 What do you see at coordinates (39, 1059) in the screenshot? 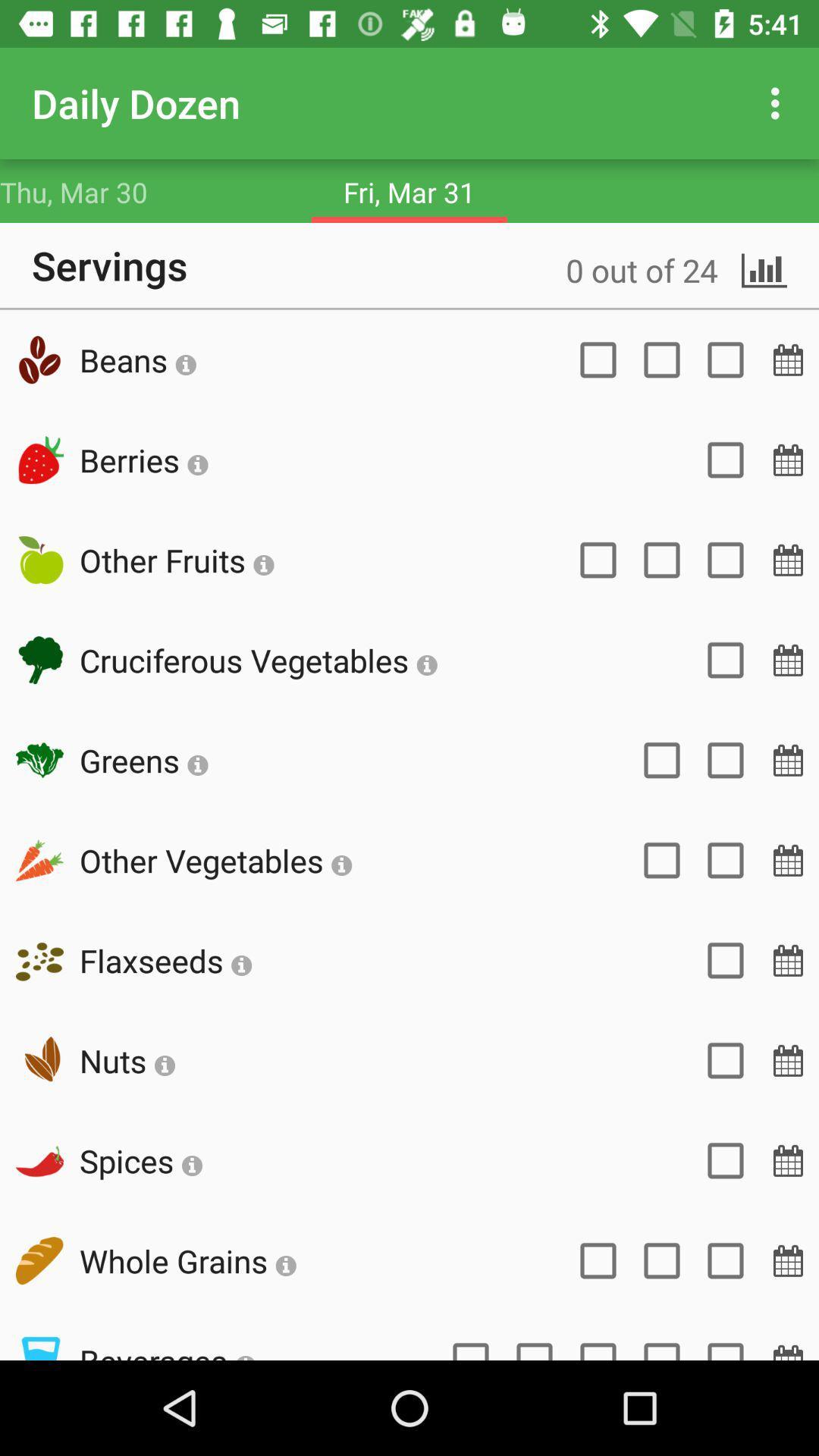
I see `the volume icon` at bounding box center [39, 1059].